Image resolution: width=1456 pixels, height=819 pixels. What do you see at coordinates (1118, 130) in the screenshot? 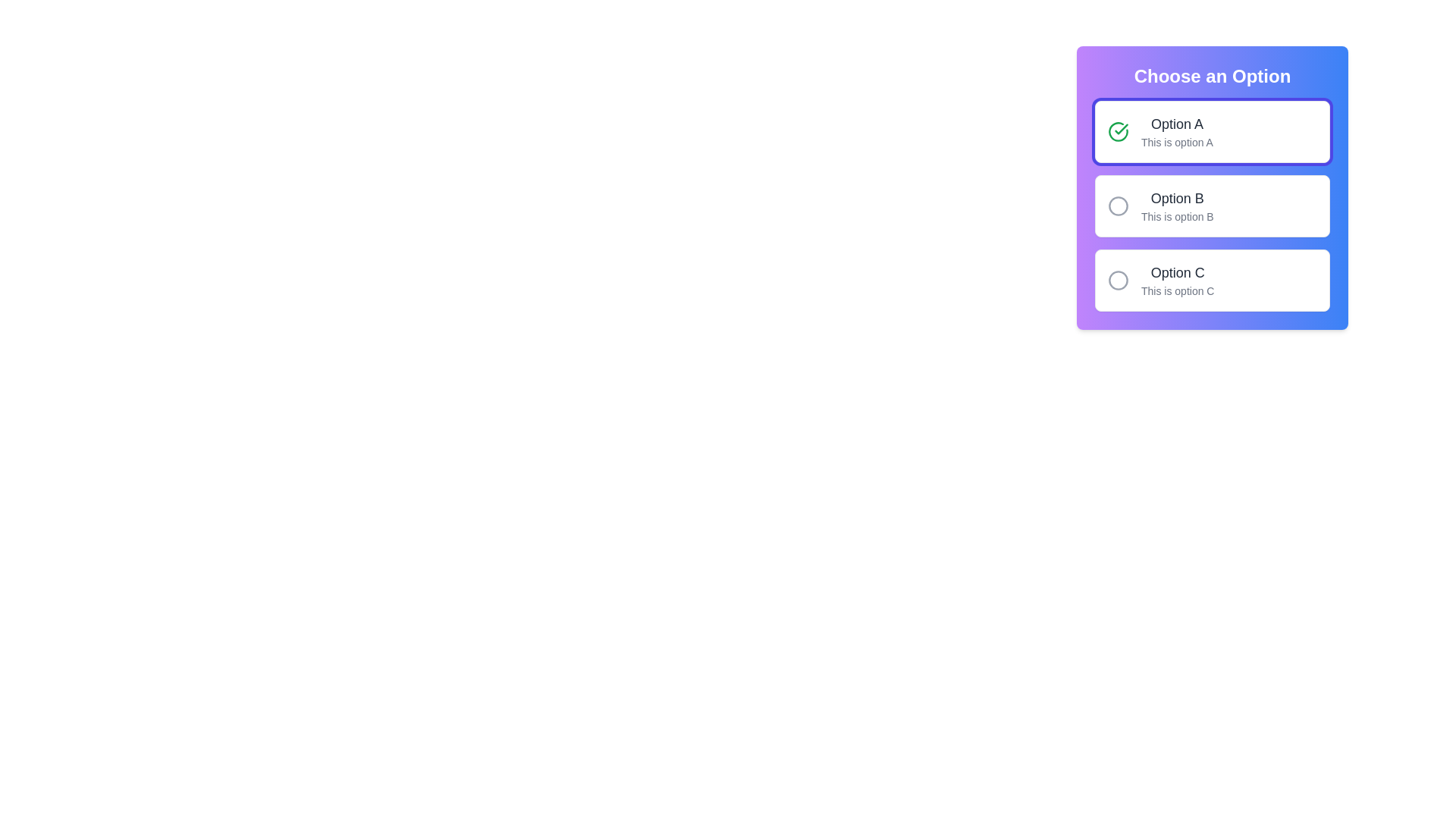
I see `the circular icon with a green checkmark inside, indicating a completed state, located in the first selection box labeled 'Option A'` at bounding box center [1118, 130].